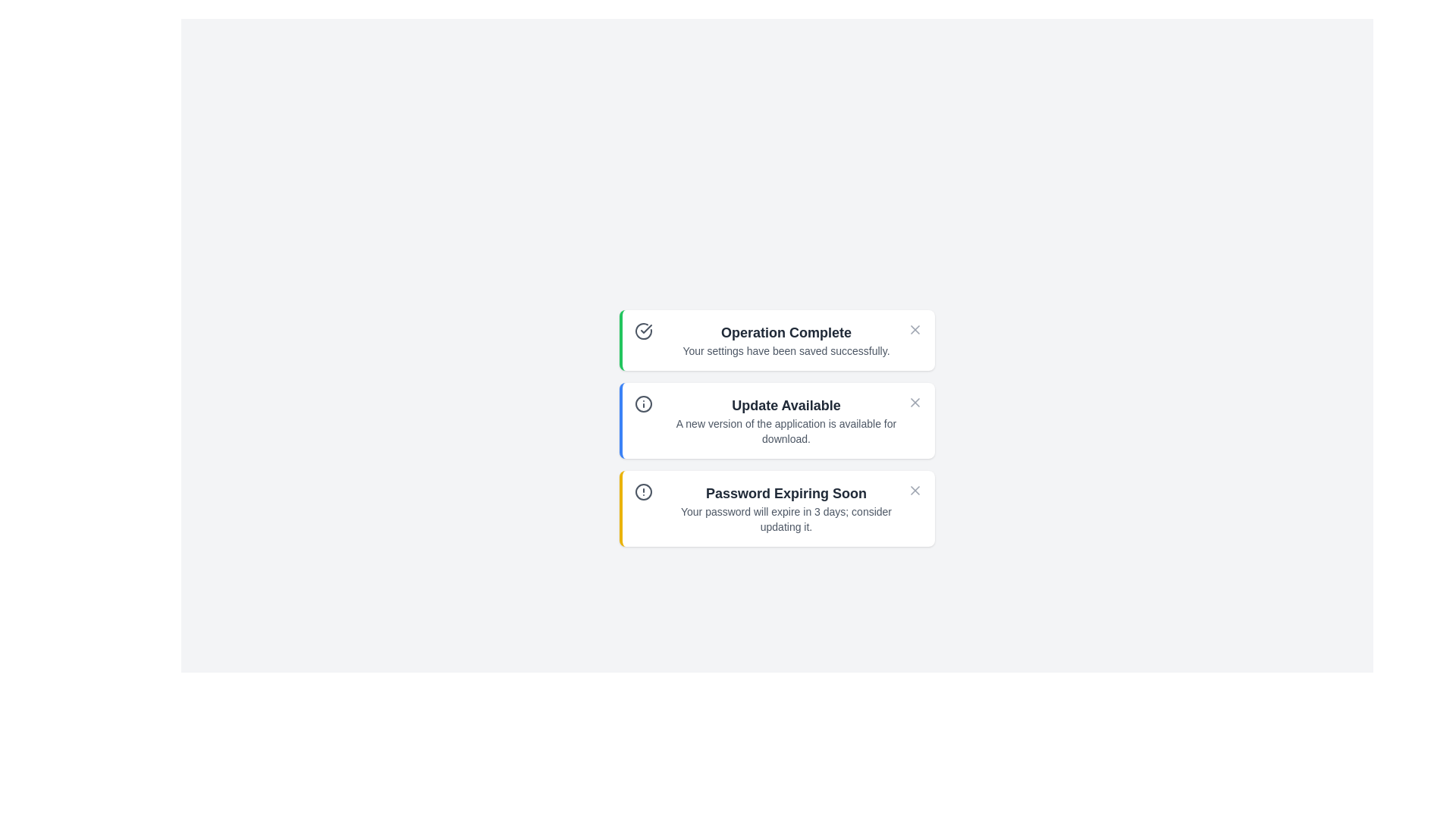  What do you see at coordinates (914, 329) in the screenshot?
I see `the dismiss button, which is an 'X' icon located at the top-right corner of the notification card stating 'Operation Complete'` at bounding box center [914, 329].